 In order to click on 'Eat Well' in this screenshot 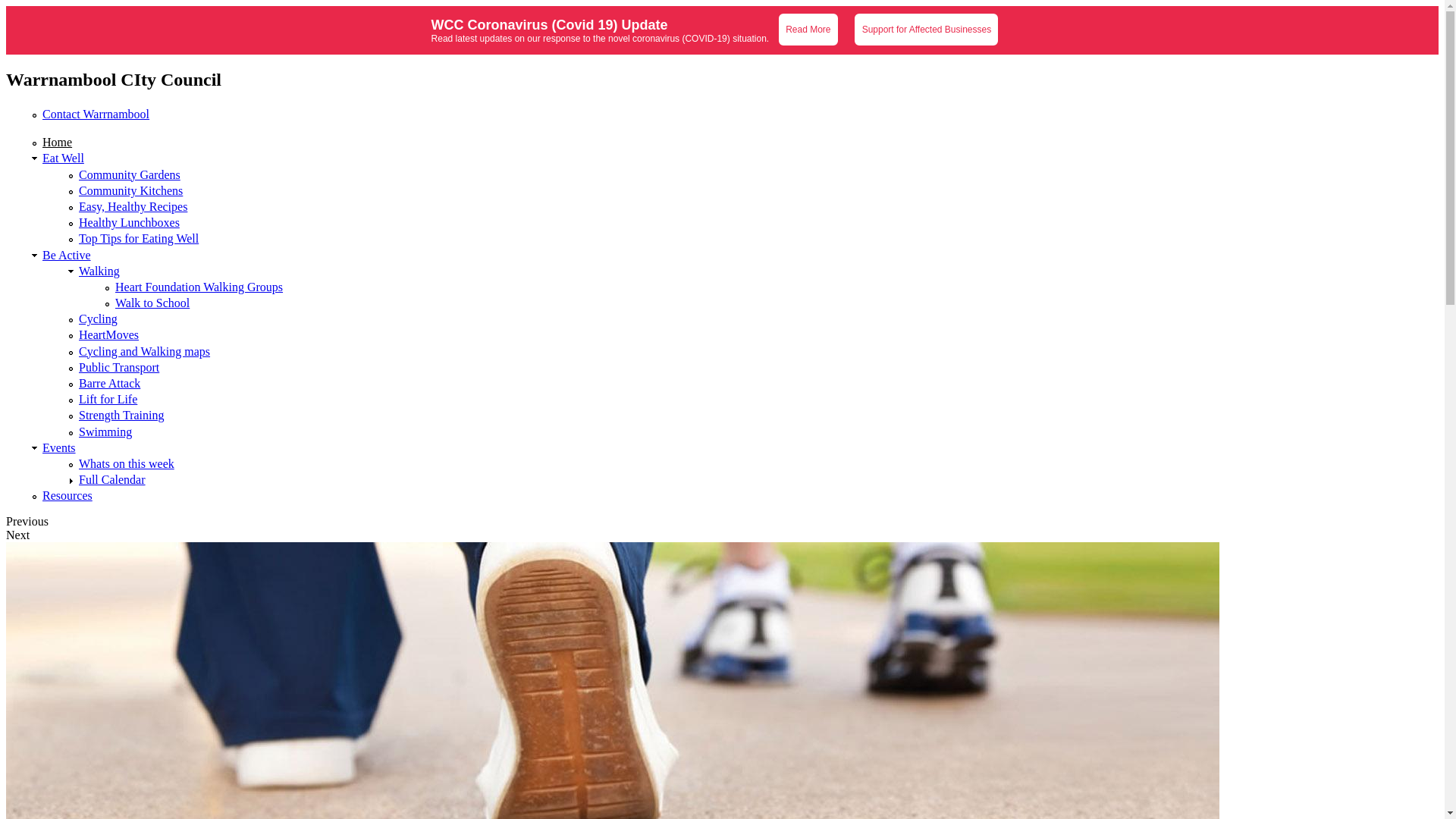, I will do `click(62, 158)`.